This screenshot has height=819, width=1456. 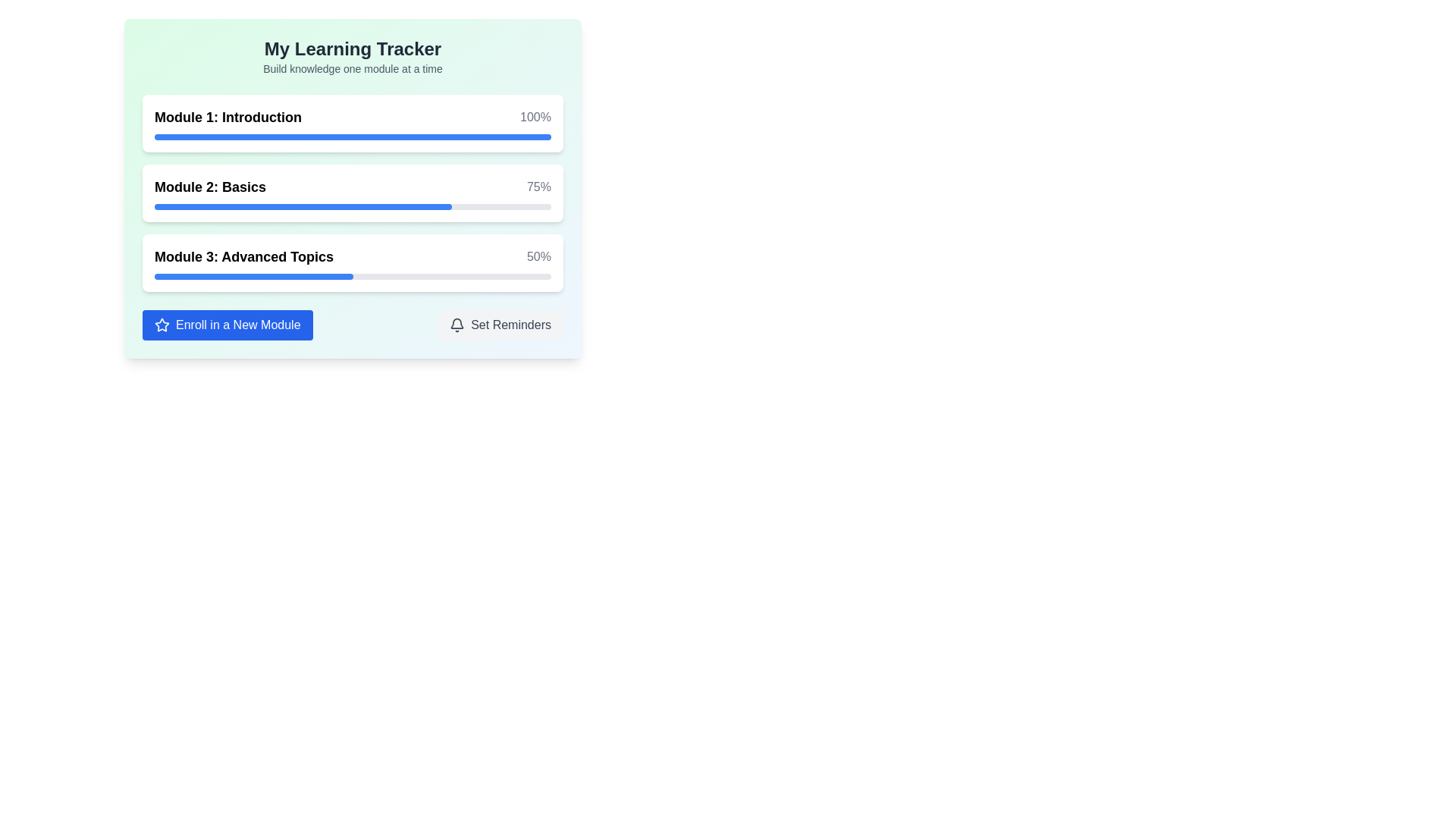 I want to click on text content of the bold text label displaying 'Module 1: Introduction' located in the header section of the first module in 'My Learning Tracker', so click(x=227, y=116).